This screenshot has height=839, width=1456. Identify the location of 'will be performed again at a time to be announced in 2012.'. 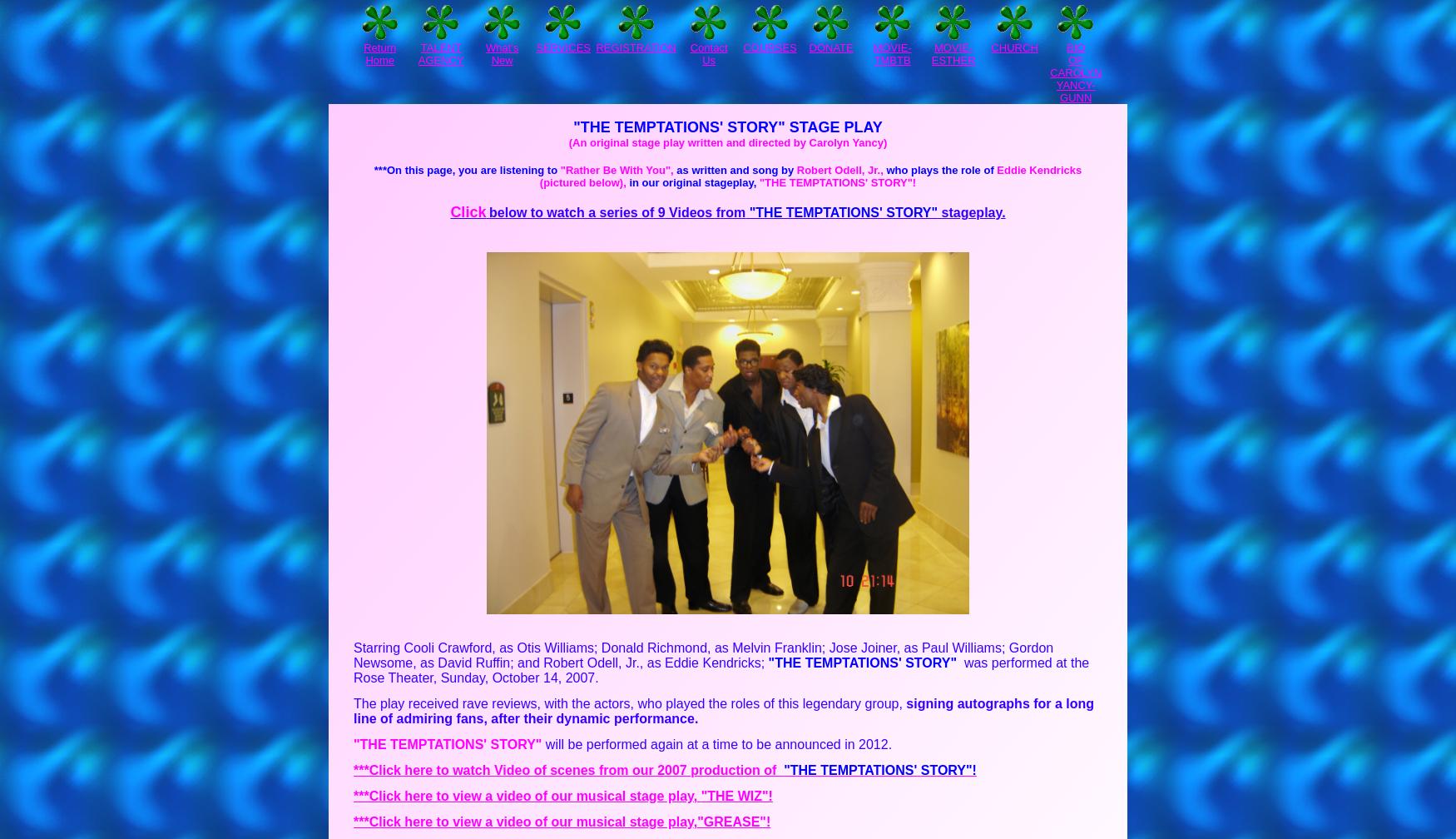
(716, 744).